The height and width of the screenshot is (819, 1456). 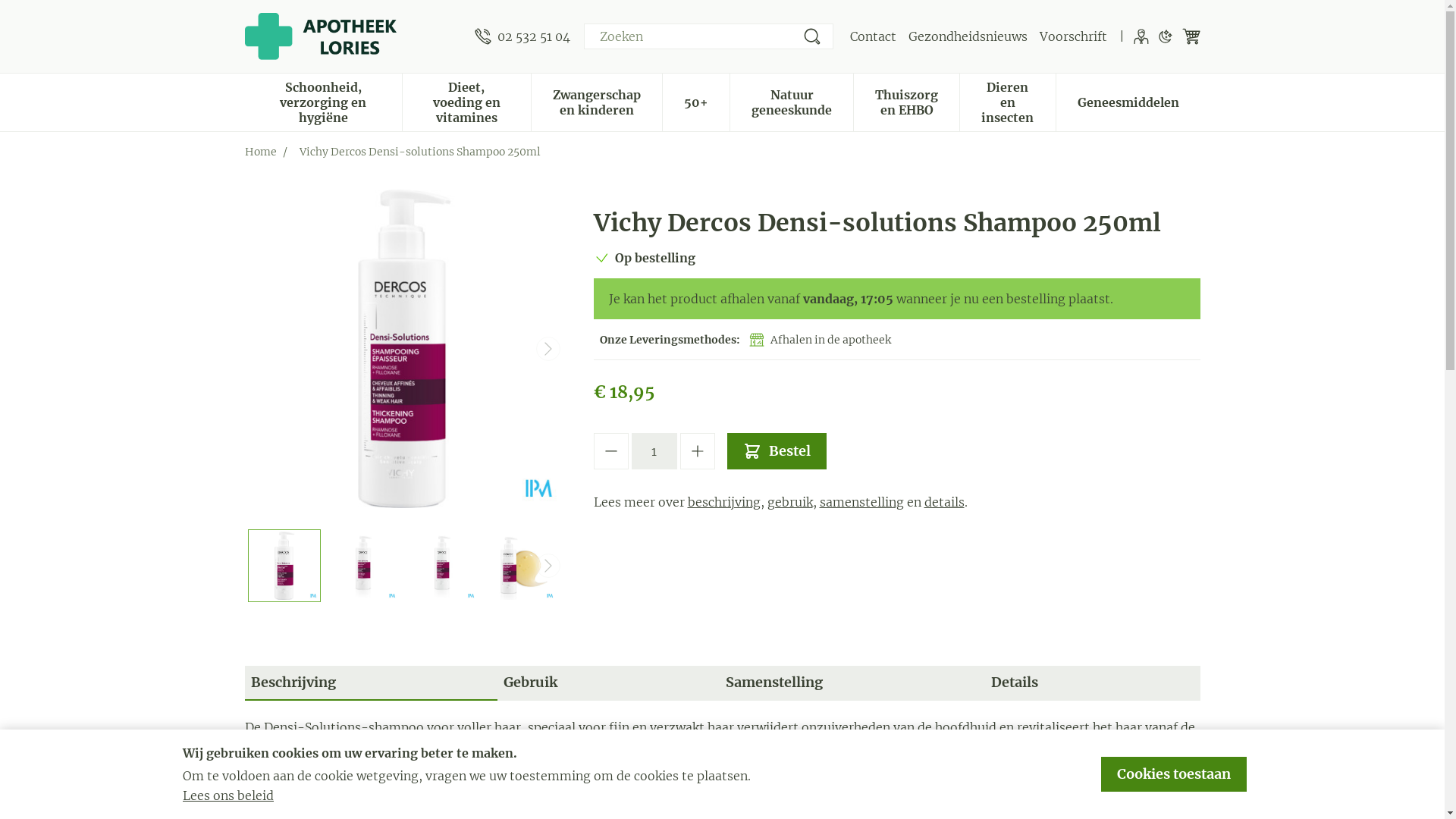 What do you see at coordinates (1189, 35) in the screenshot?
I see `'Winkelwagen'` at bounding box center [1189, 35].